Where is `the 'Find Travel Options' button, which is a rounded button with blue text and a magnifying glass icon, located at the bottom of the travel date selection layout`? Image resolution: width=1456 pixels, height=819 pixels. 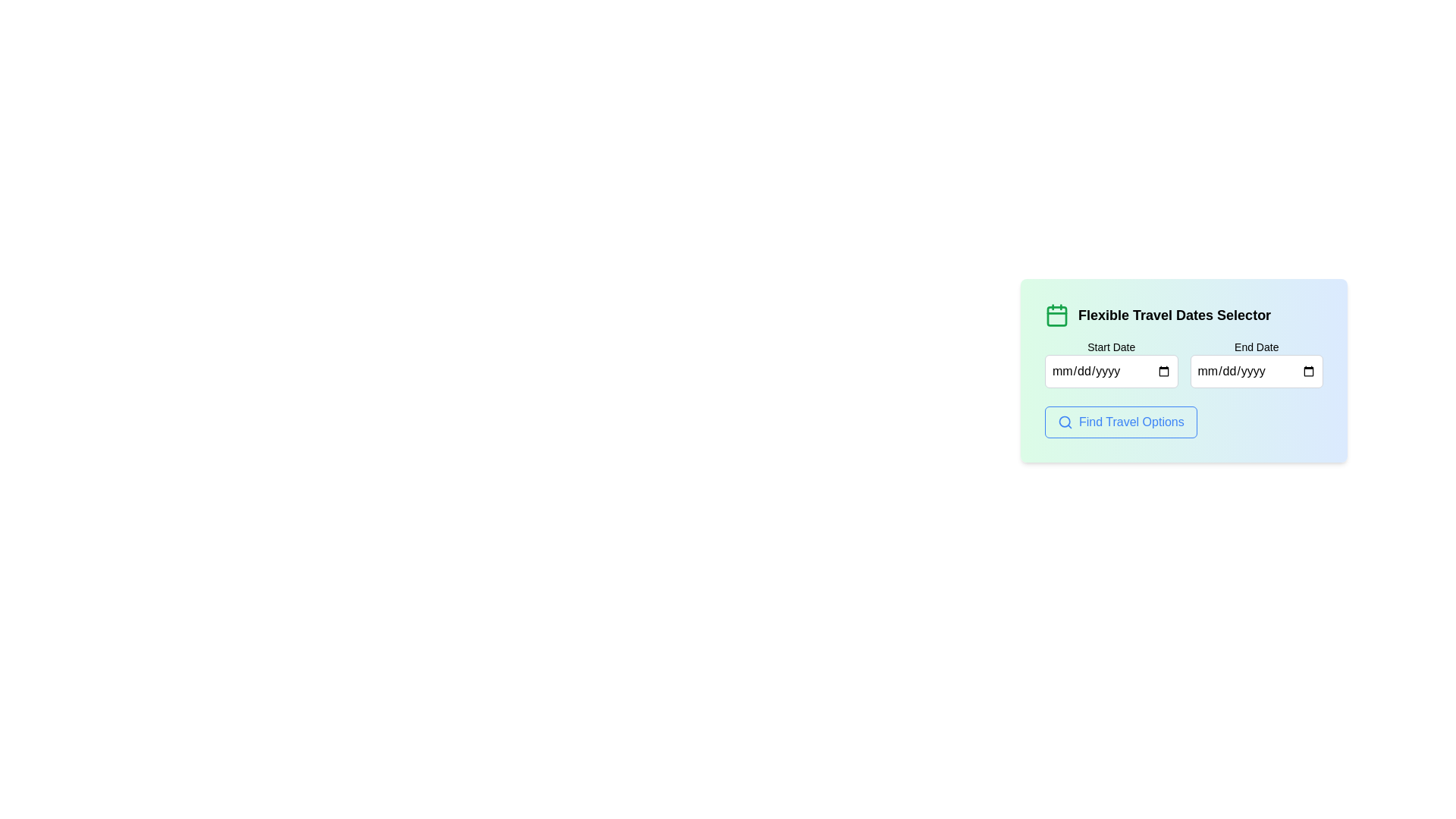
the 'Find Travel Options' button, which is a rounded button with blue text and a magnifying glass icon, located at the bottom of the travel date selection layout is located at coordinates (1183, 422).